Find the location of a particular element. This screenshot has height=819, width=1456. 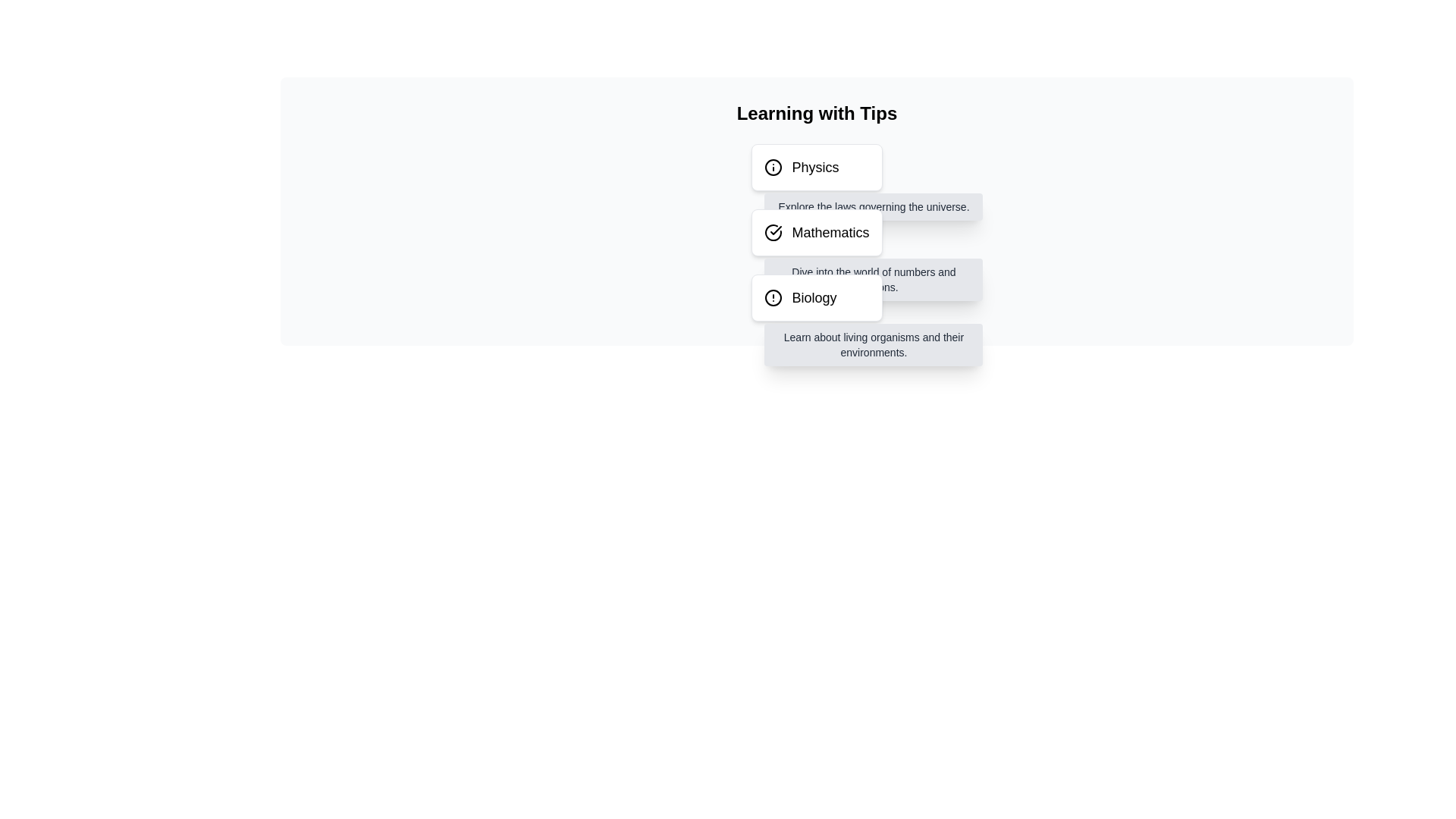

the List Entry for the subject category 'Biology', which is the third item in the vertical list after 'Physics' and 'Mathematics' is located at coordinates (816, 298).